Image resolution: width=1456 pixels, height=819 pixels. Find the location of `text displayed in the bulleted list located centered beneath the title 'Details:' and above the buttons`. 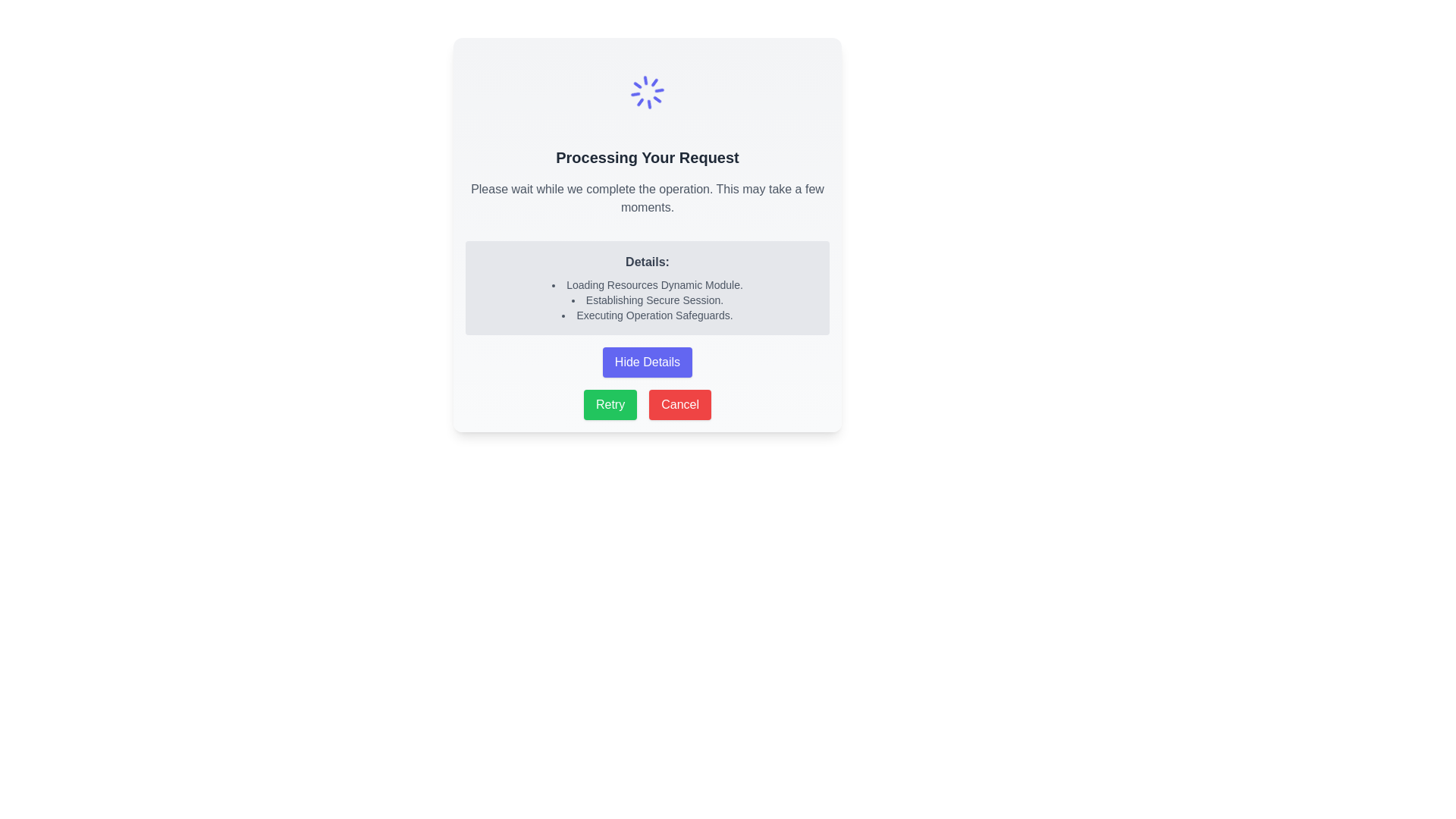

text displayed in the bulleted list located centered beneath the title 'Details:' and above the buttons is located at coordinates (648, 300).